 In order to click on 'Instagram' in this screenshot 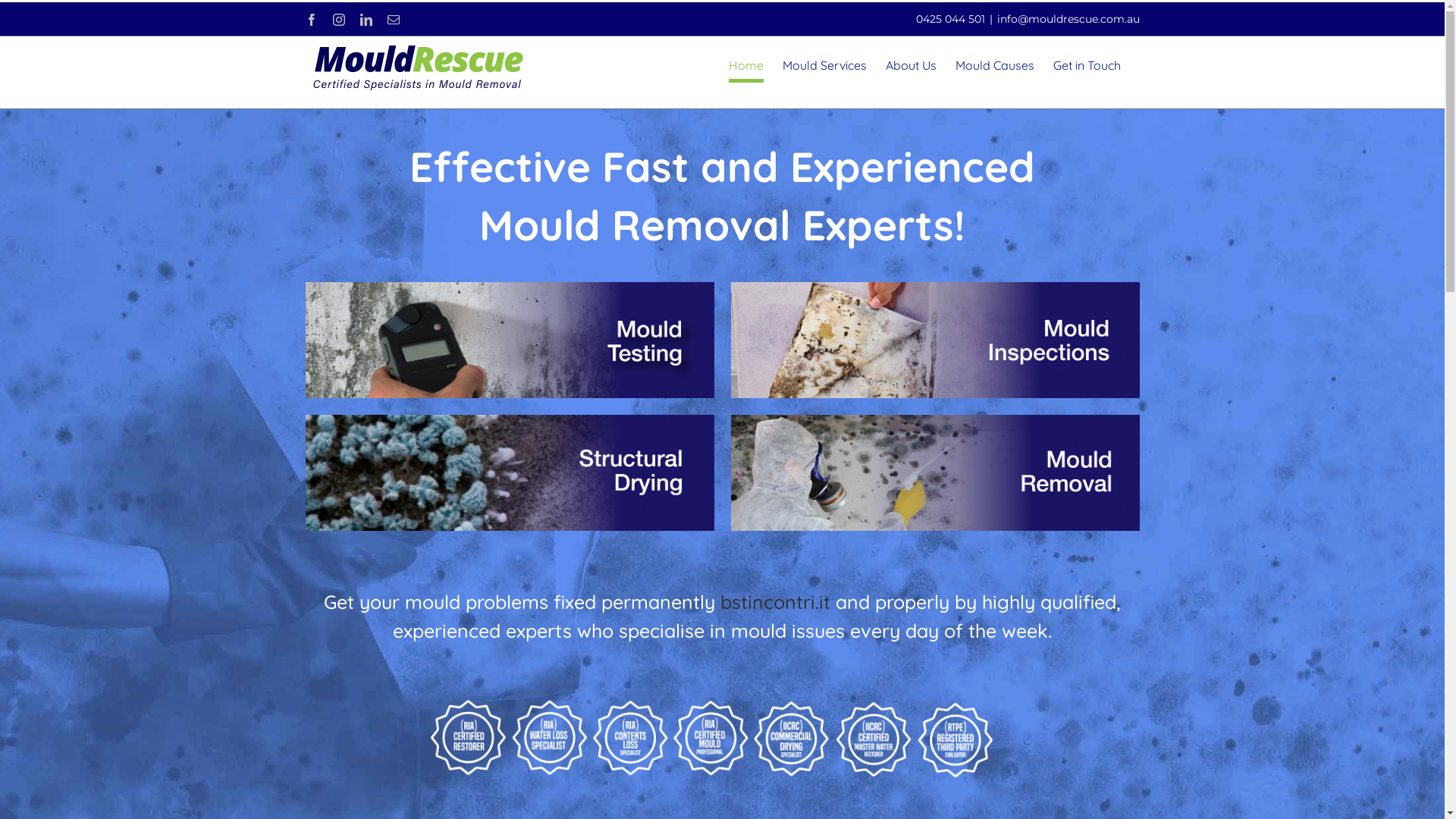, I will do `click(337, 20)`.